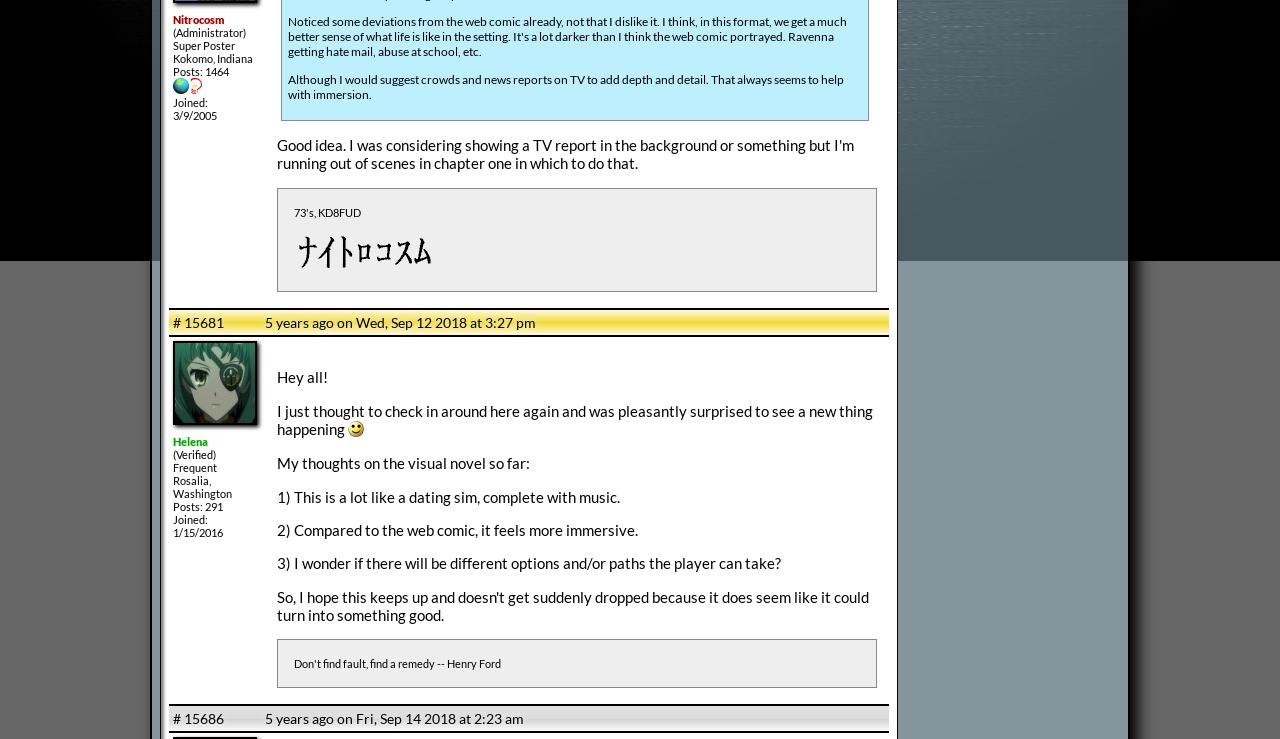  Describe the element at coordinates (173, 70) in the screenshot. I see `'Posts: 1464'` at that location.